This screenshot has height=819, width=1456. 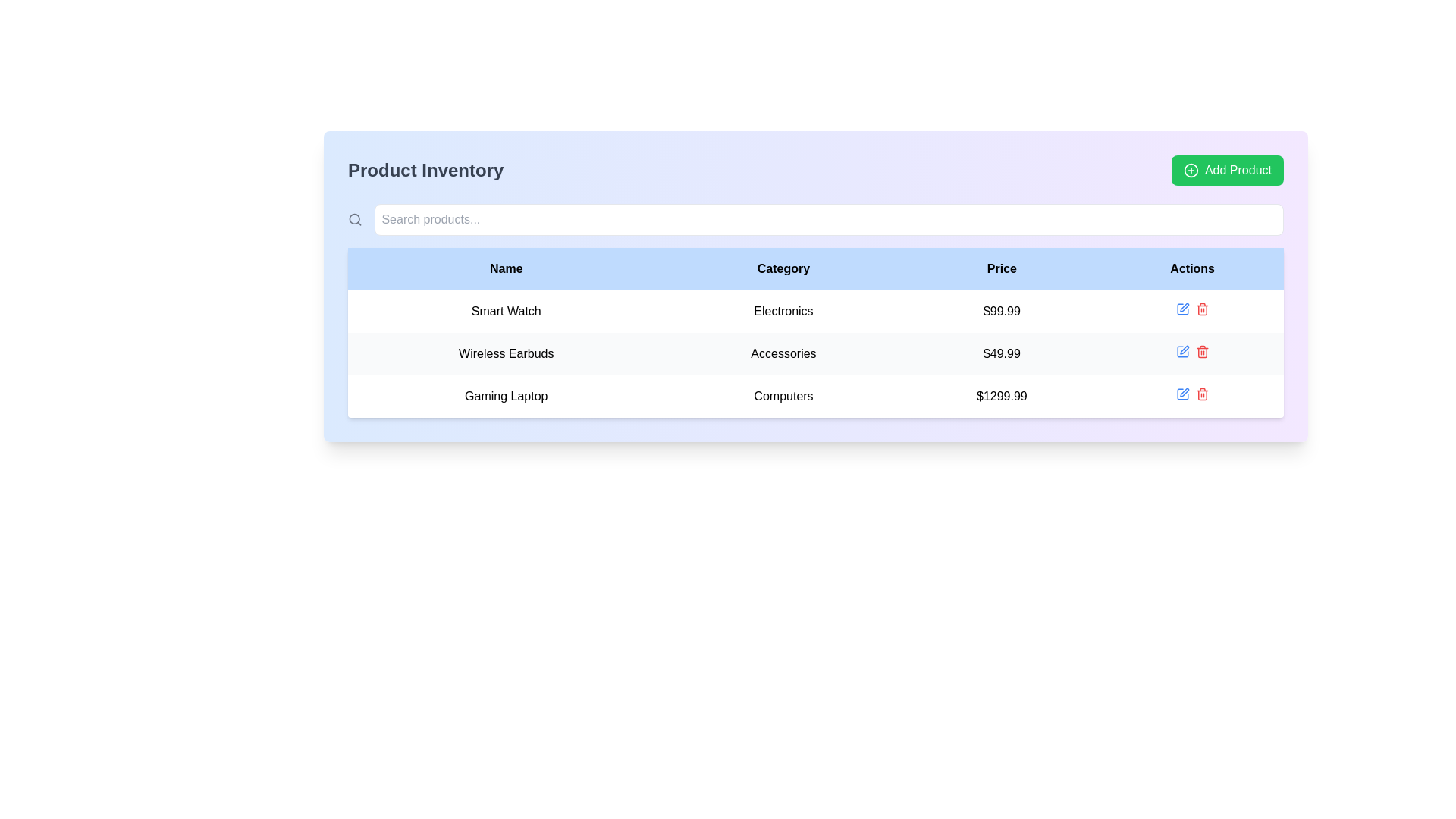 What do you see at coordinates (506, 268) in the screenshot?
I see `the Text label indicating the names of items in the first column of the table header, which is positioned leftmost adjacent to the 'Category' header` at bounding box center [506, 268].